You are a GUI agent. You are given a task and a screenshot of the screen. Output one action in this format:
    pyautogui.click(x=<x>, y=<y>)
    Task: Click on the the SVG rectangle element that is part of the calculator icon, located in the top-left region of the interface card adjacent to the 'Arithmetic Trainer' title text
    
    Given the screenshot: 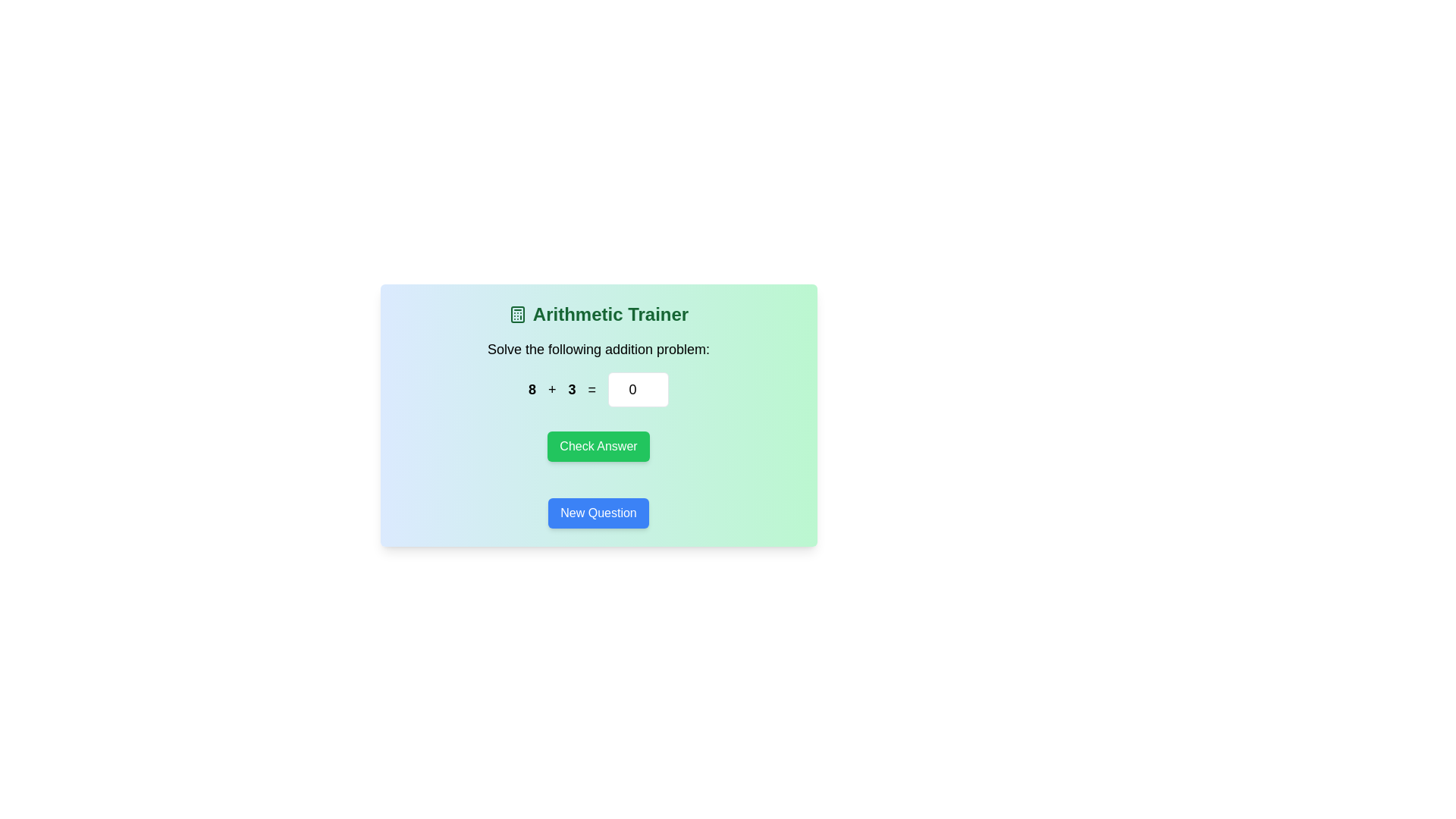 What is the action you would take?
    pyautogui.click(x=517, y=314)
    